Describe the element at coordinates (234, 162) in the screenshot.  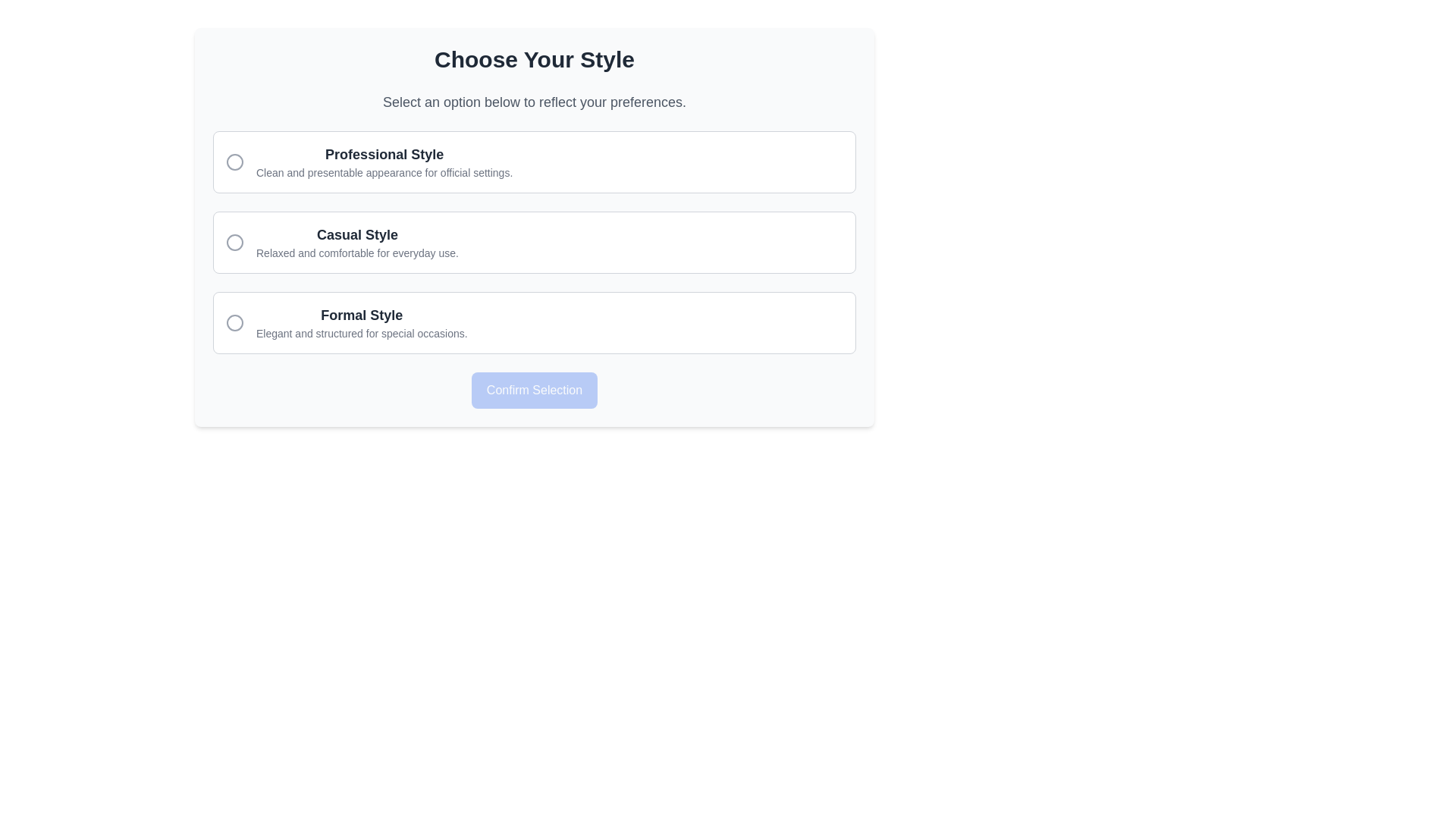
I see `the radio button indicator for the 'Professional Style' option` at that location.